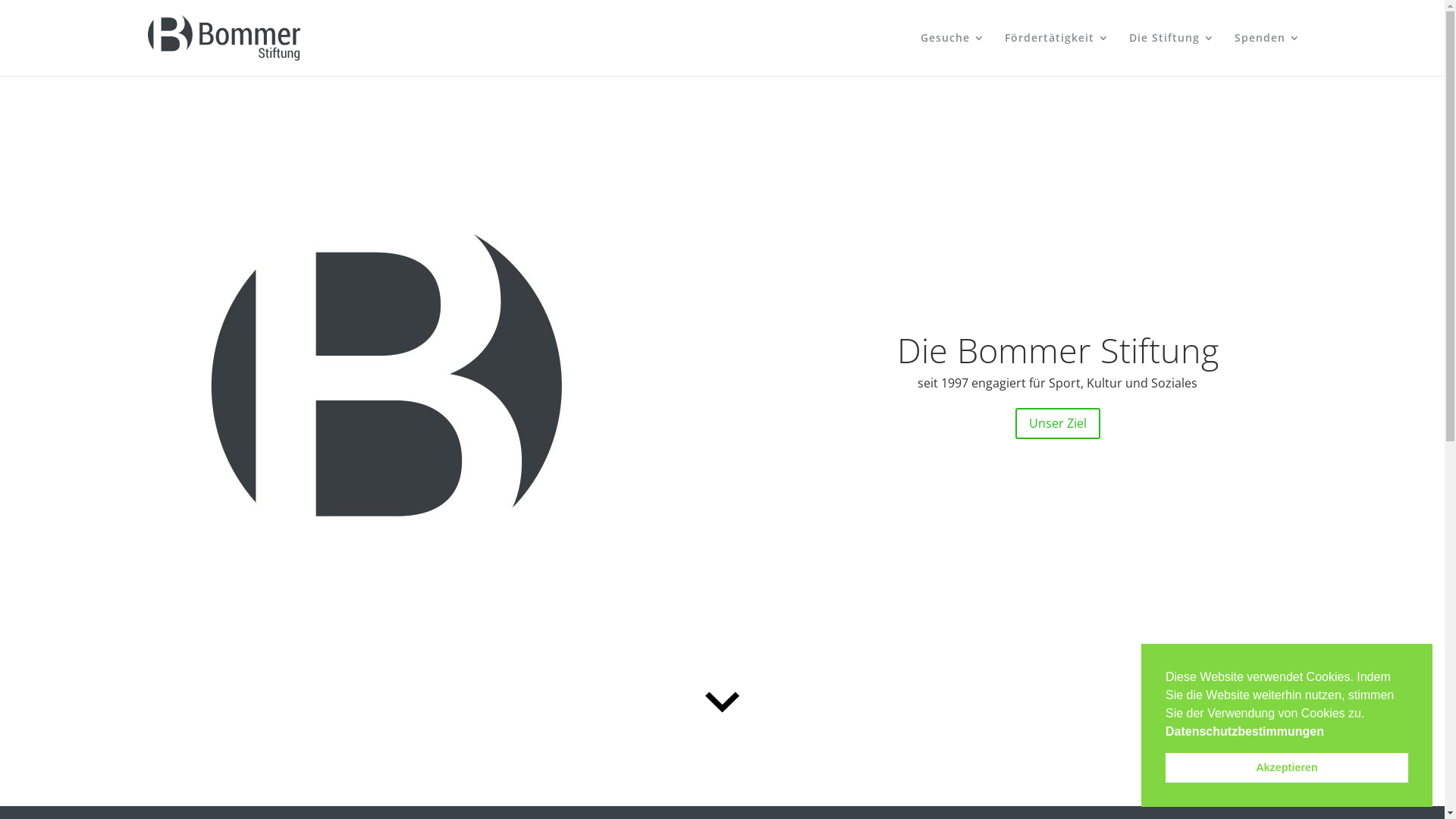  What do you see at coordinates (1170, 53) in the screenshot?
I see `'Die Stiftung'` at bounding box center [1170, 53].